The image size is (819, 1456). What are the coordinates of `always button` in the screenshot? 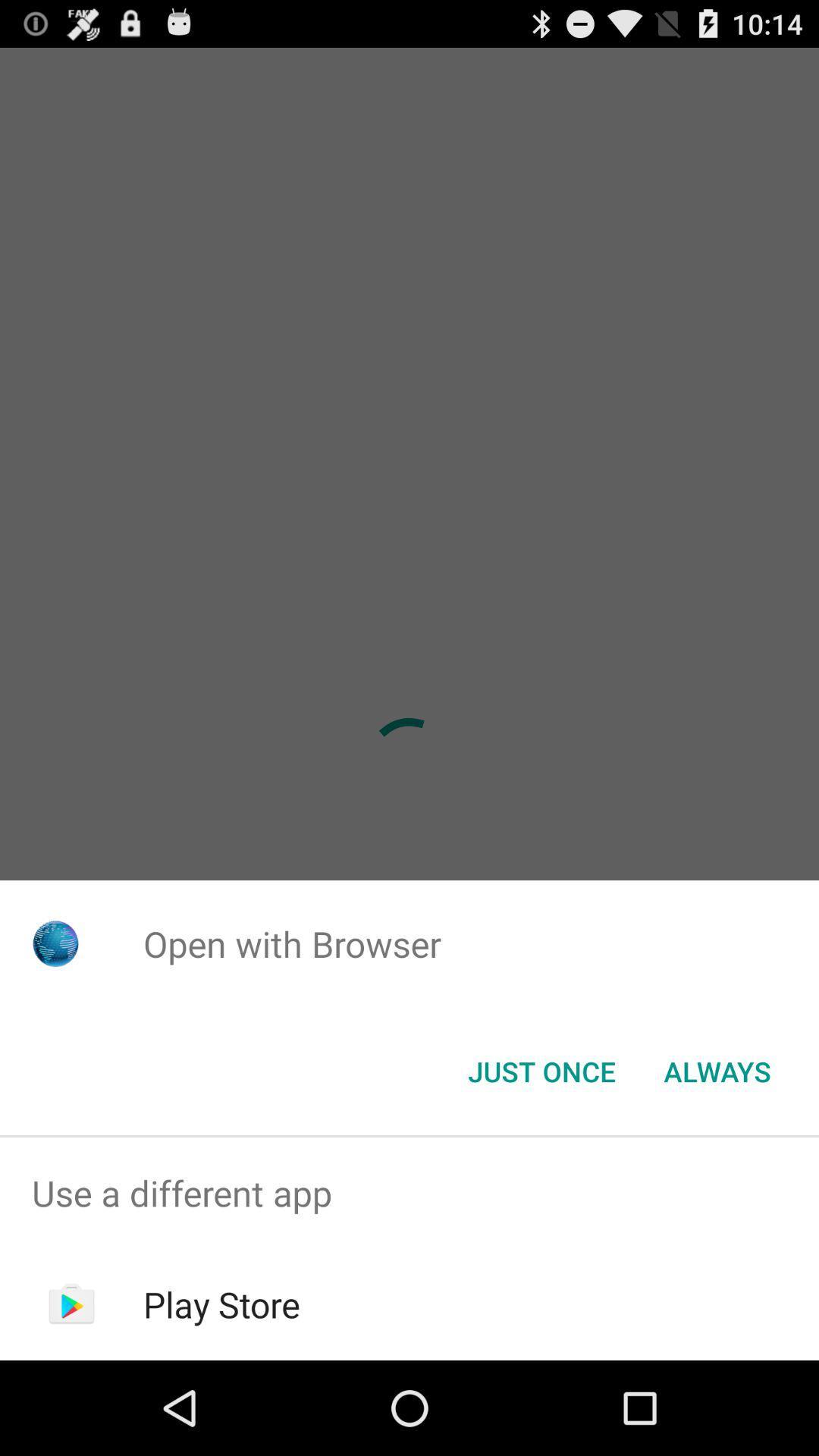 It's located at (717, 1070).